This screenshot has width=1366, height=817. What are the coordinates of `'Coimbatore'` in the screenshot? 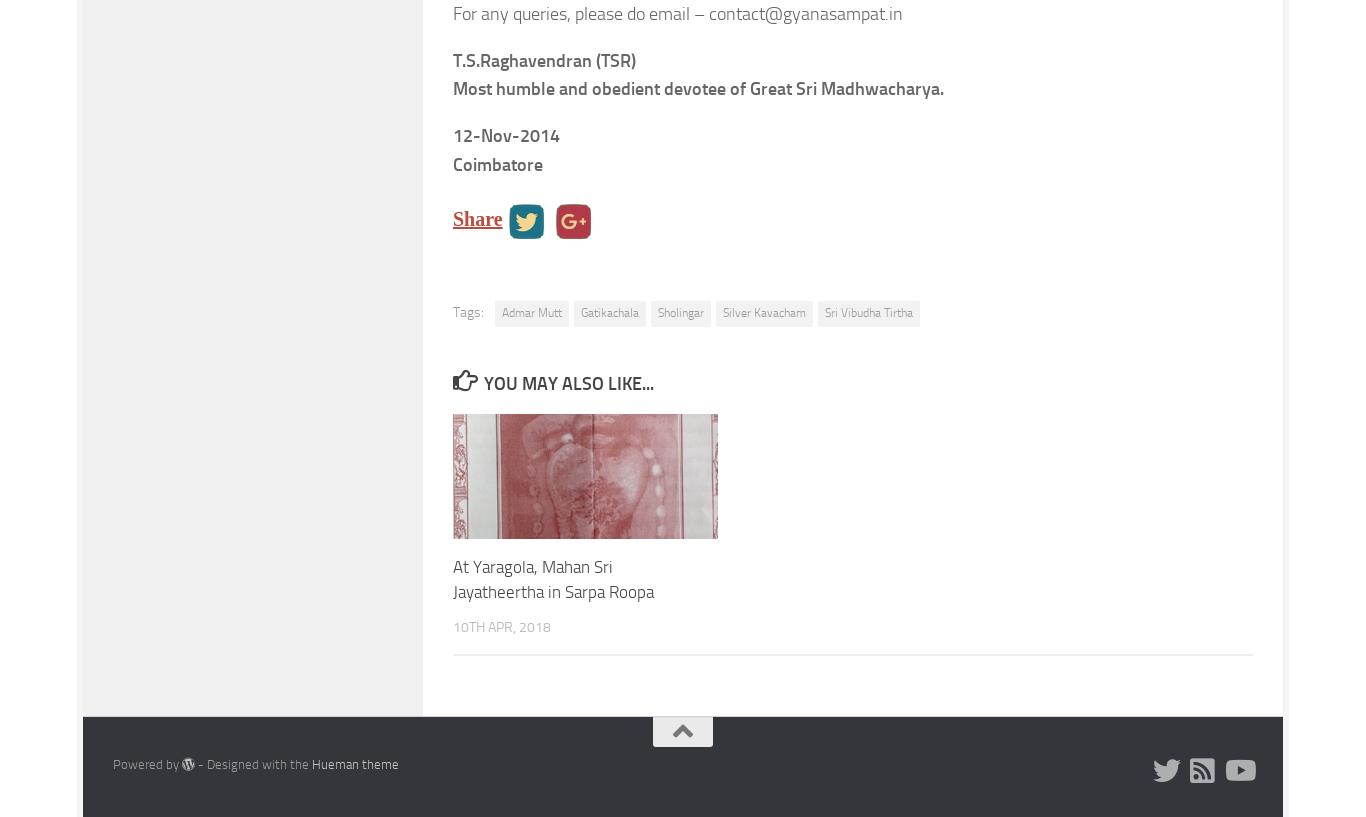 It's located at (498, 163).